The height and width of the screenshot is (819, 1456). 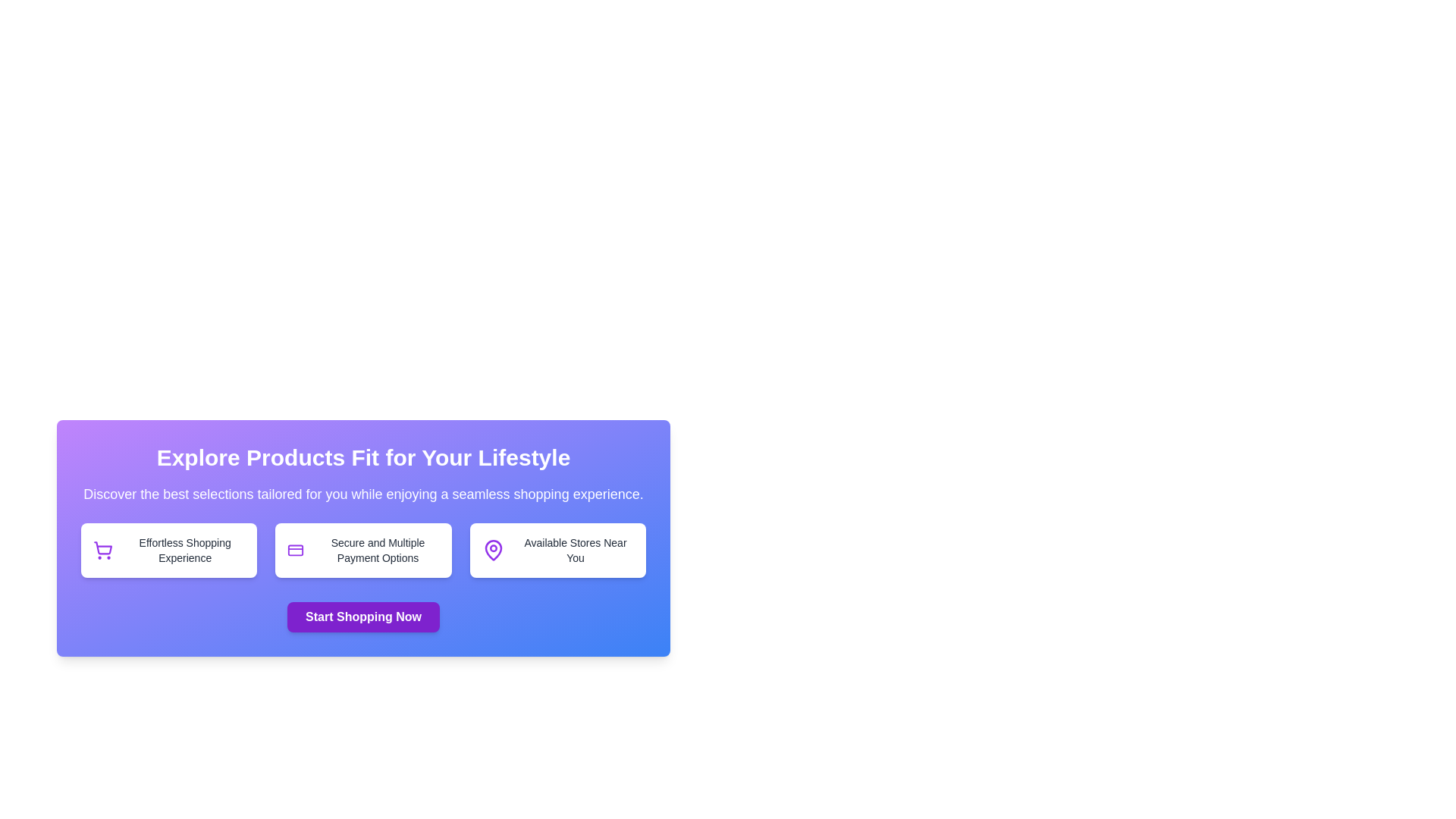 I want to click on information from the Informational Card, which is the first card on the left in a grid layout of three cards, so click(x=169, y=550).